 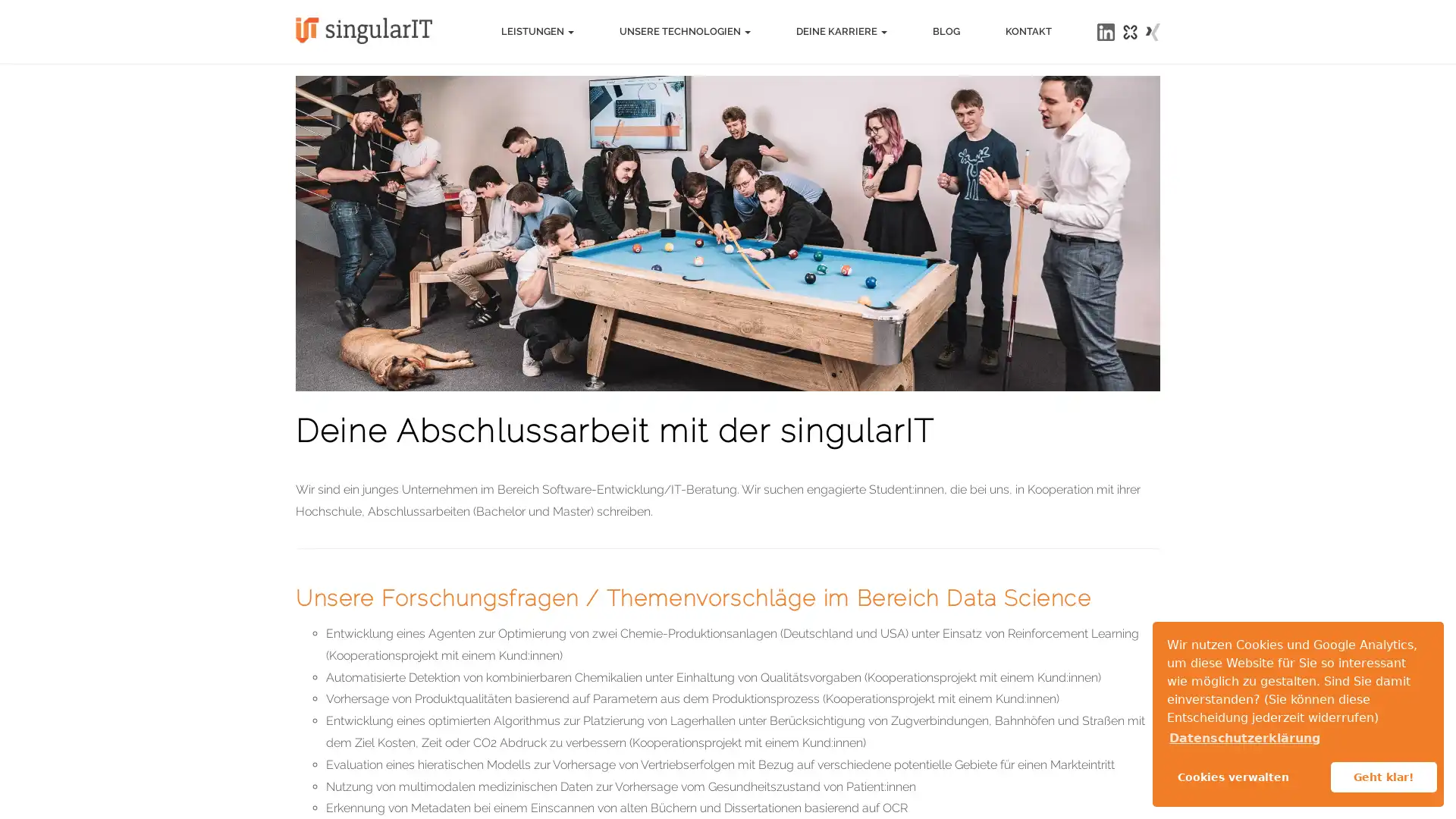 What do you see at coordinates (1233, 777) in the screenshot?
I see `Cookies verwalten` at bounding box center [1233, 777].